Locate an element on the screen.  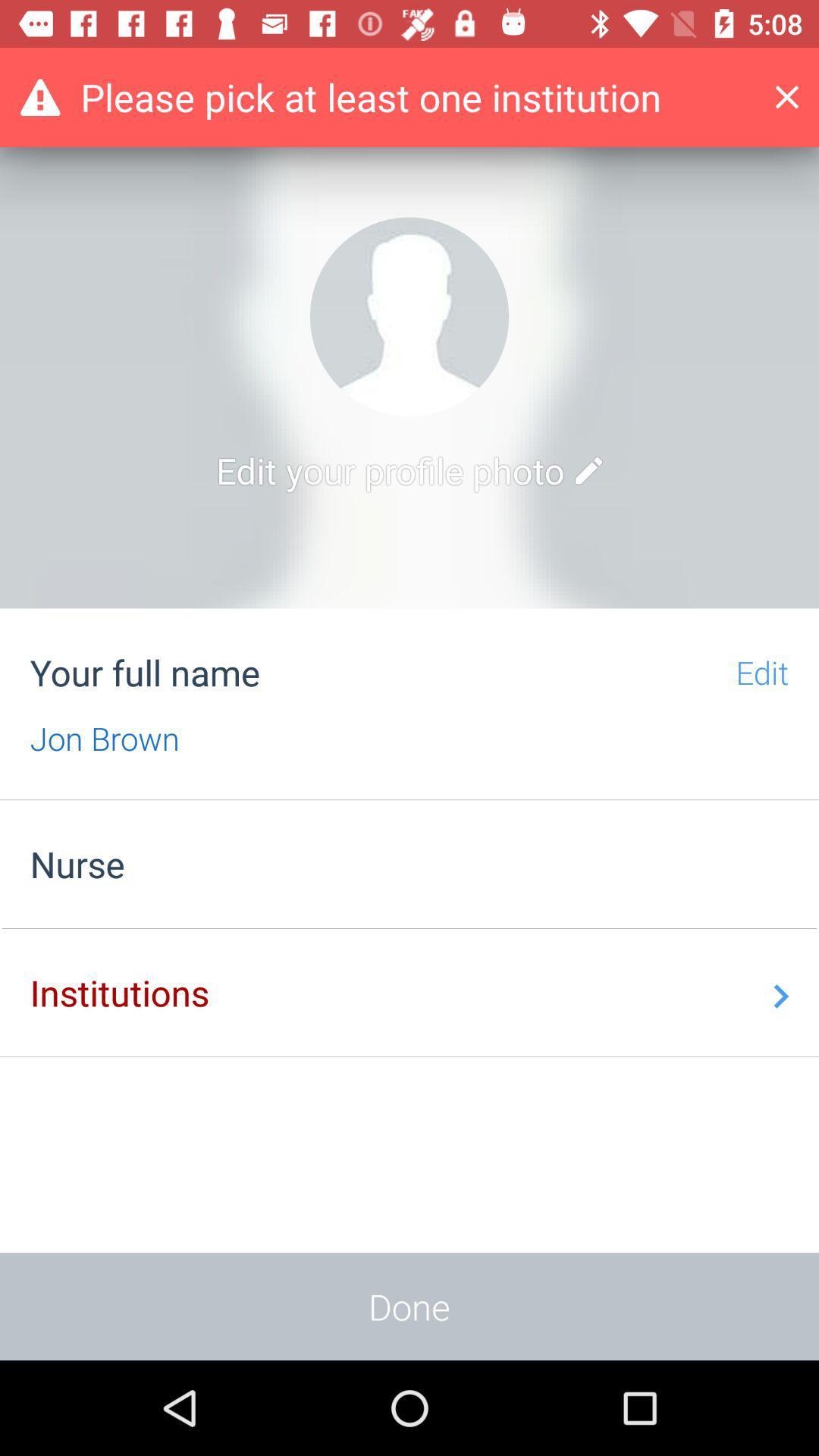
closs button is located at coordinates (798, 96).